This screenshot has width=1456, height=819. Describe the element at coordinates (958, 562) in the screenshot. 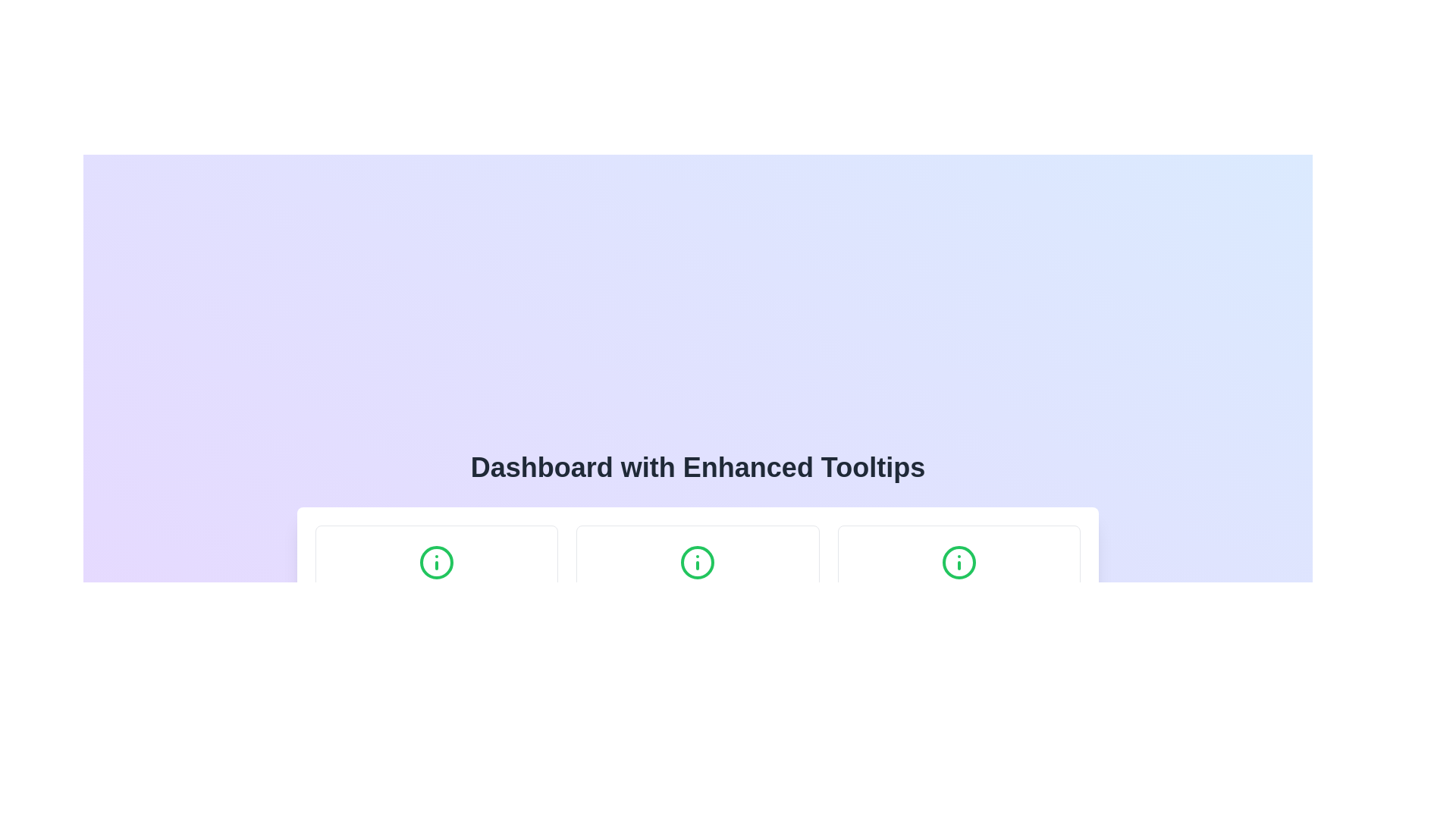

I see `the central part of the rightmost information icon represented by a decorative SVG Circle for visual interaction` at that location.